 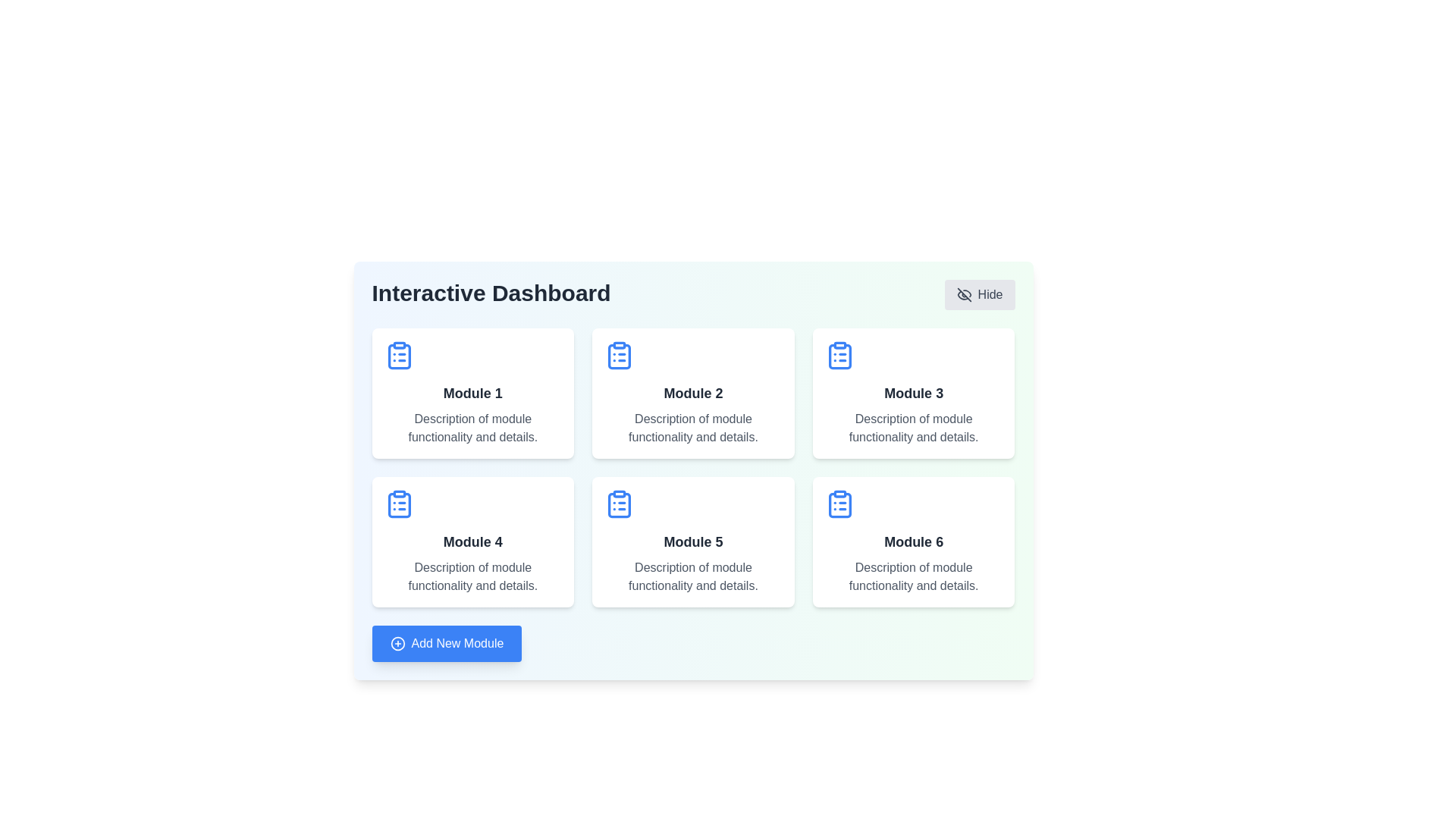 What do you see at coordinates (963, 295) in the screenshot?
I see `the crossed-out eye icon located in the top-right corner of the 'Interactive Dashboard' section` at bounding box center [963, 295].